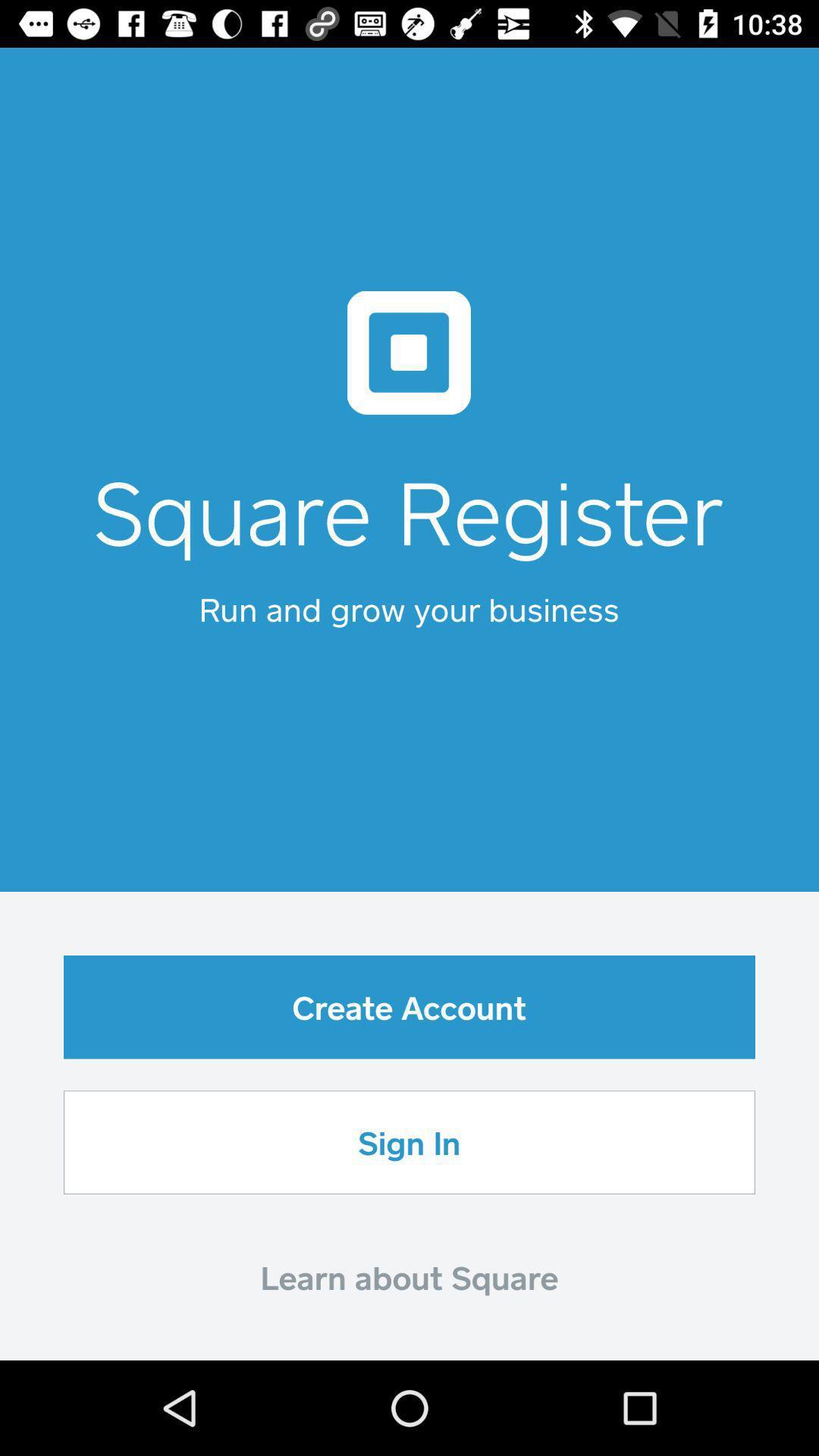  Describe the element at coordinates (409, 1142) in the screenshot. I see `the icon above learn about square` at that location.